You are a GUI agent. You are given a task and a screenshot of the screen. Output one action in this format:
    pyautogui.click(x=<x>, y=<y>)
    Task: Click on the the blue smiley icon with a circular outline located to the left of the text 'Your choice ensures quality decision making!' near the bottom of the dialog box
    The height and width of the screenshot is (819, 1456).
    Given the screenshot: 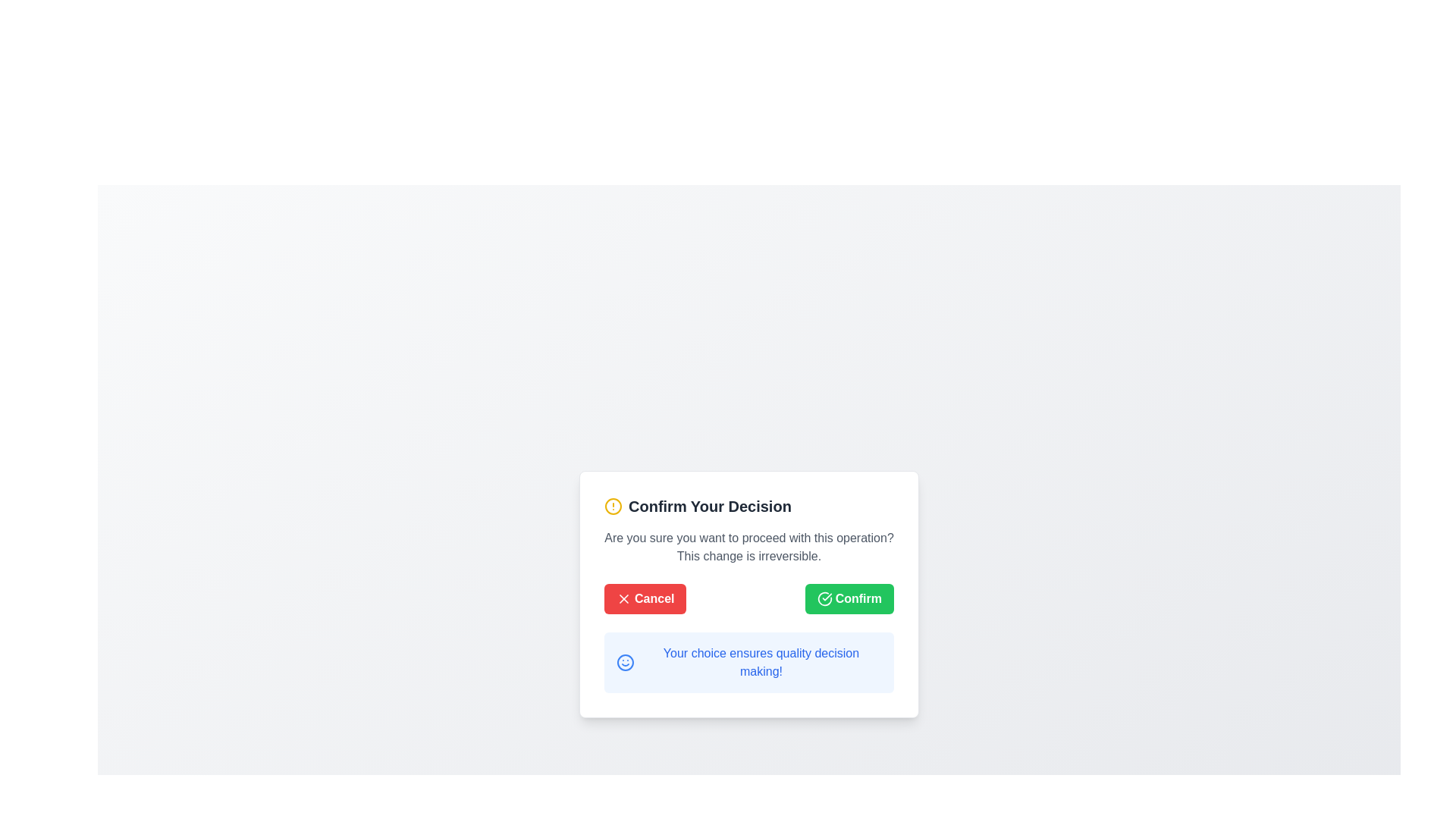 What is the action you would take?
    pyautogui.click(x=626, y=662)
    